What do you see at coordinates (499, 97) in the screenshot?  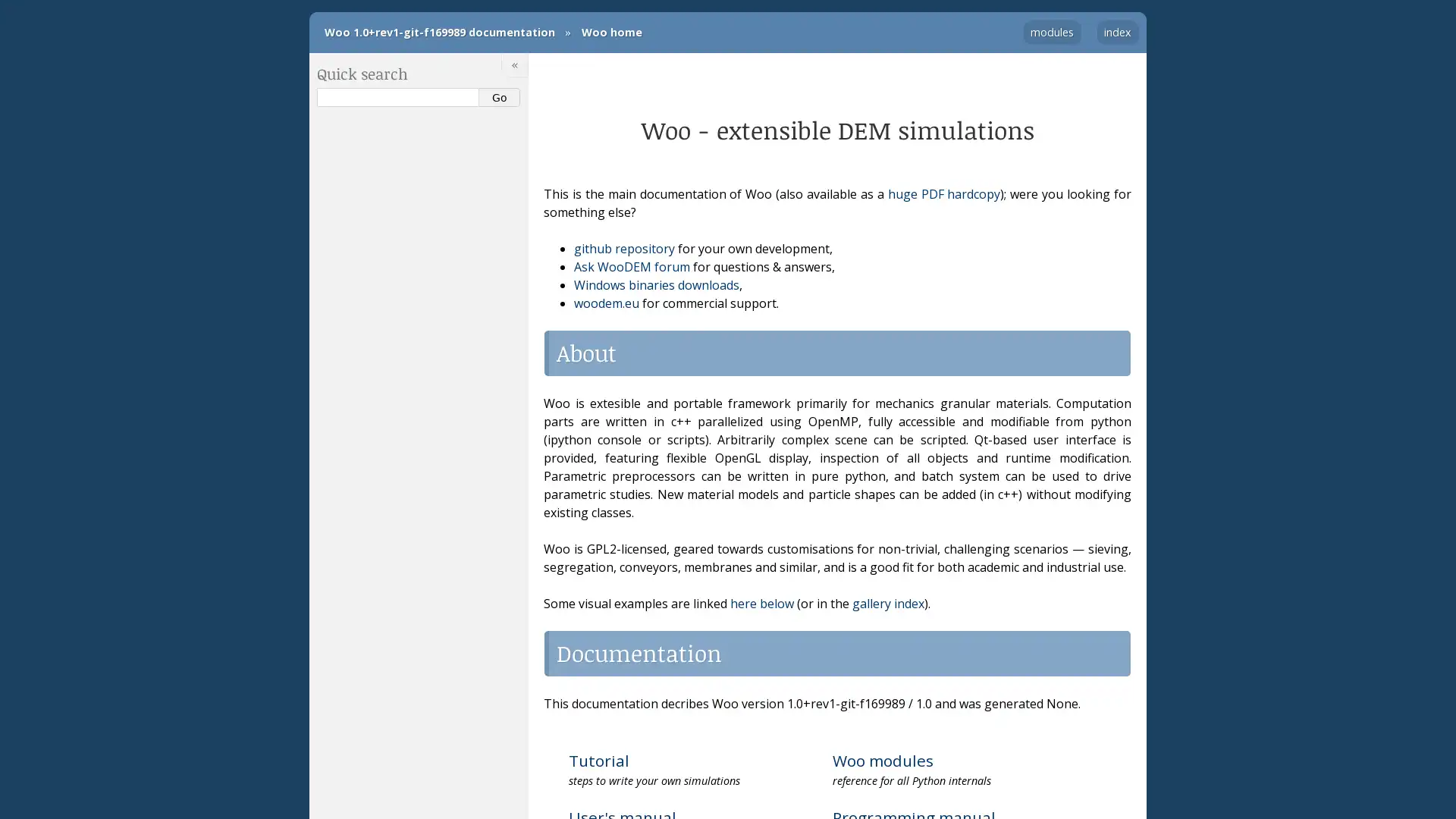 I see `Go` at bounding box center [499, 97].